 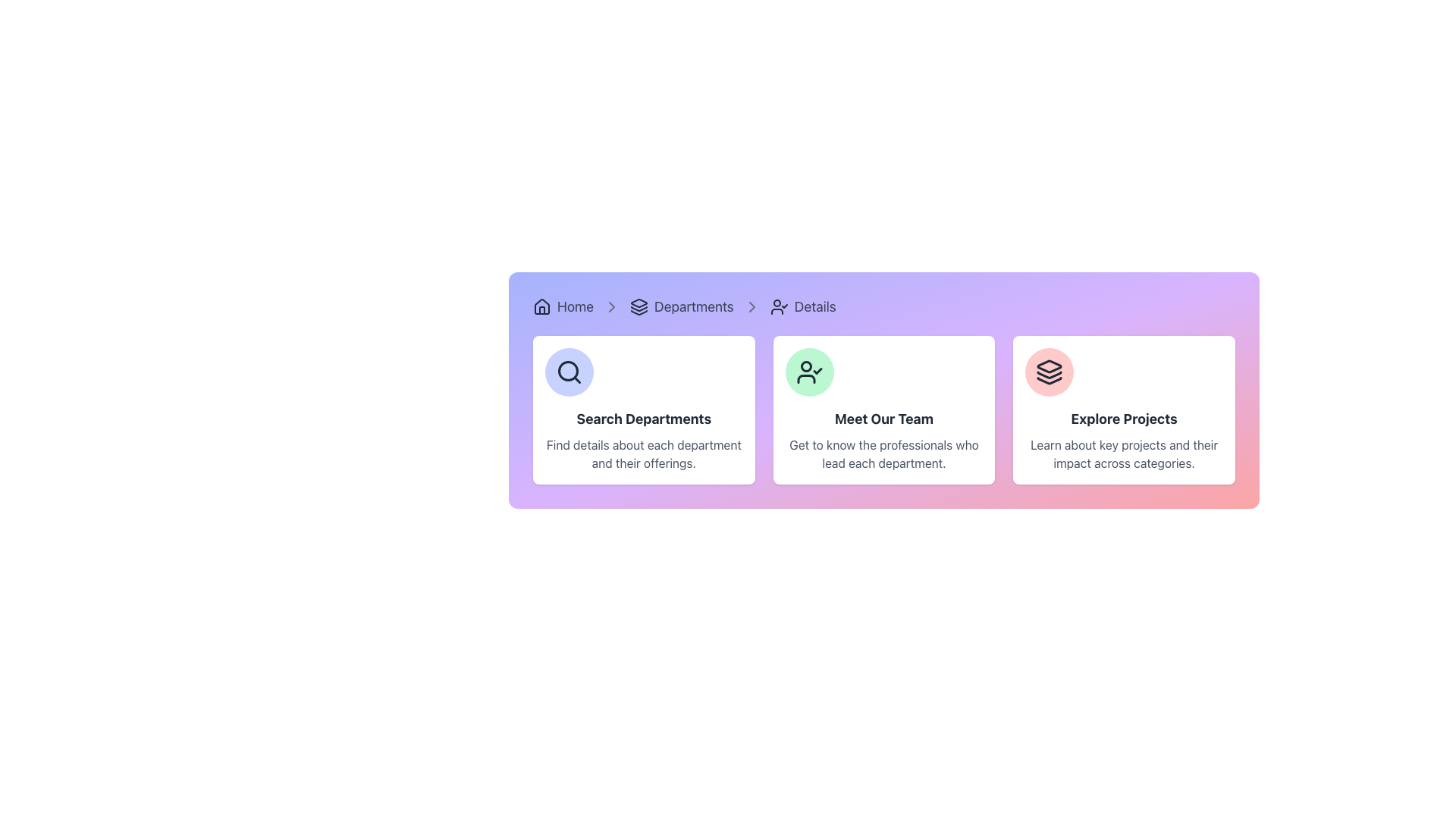 I want to click on the 'Departments' navigation link in the breadcrumb navigation bar, so click(x=693, y=307).